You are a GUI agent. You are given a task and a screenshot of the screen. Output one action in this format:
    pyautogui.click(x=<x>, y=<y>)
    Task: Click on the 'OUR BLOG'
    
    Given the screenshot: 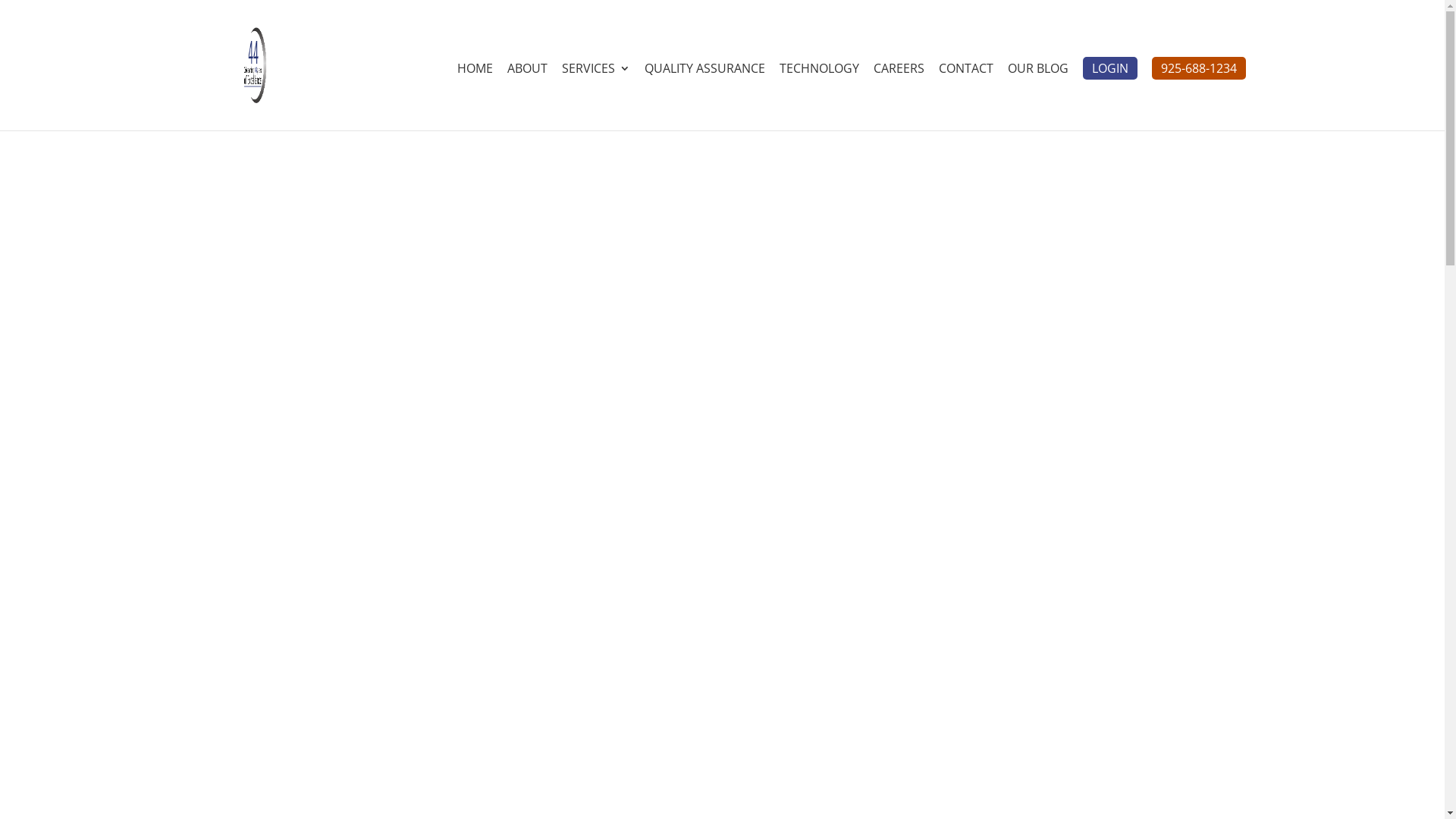 What is the action you would take?
    pyautogui.click(x=1037, y=96)
    